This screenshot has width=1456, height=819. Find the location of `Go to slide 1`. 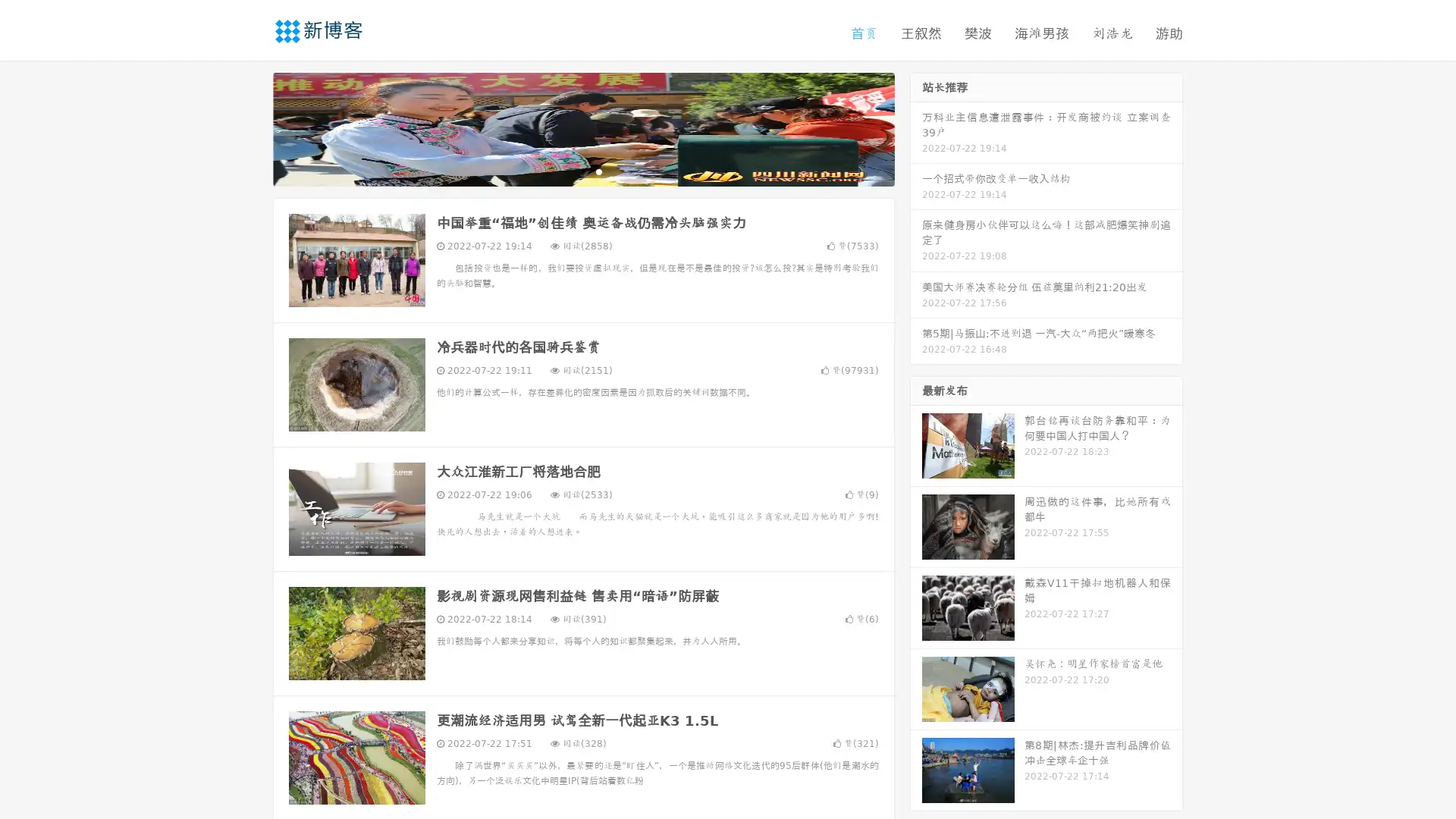

Go to slide 1 is located at coordinates (567, 171).